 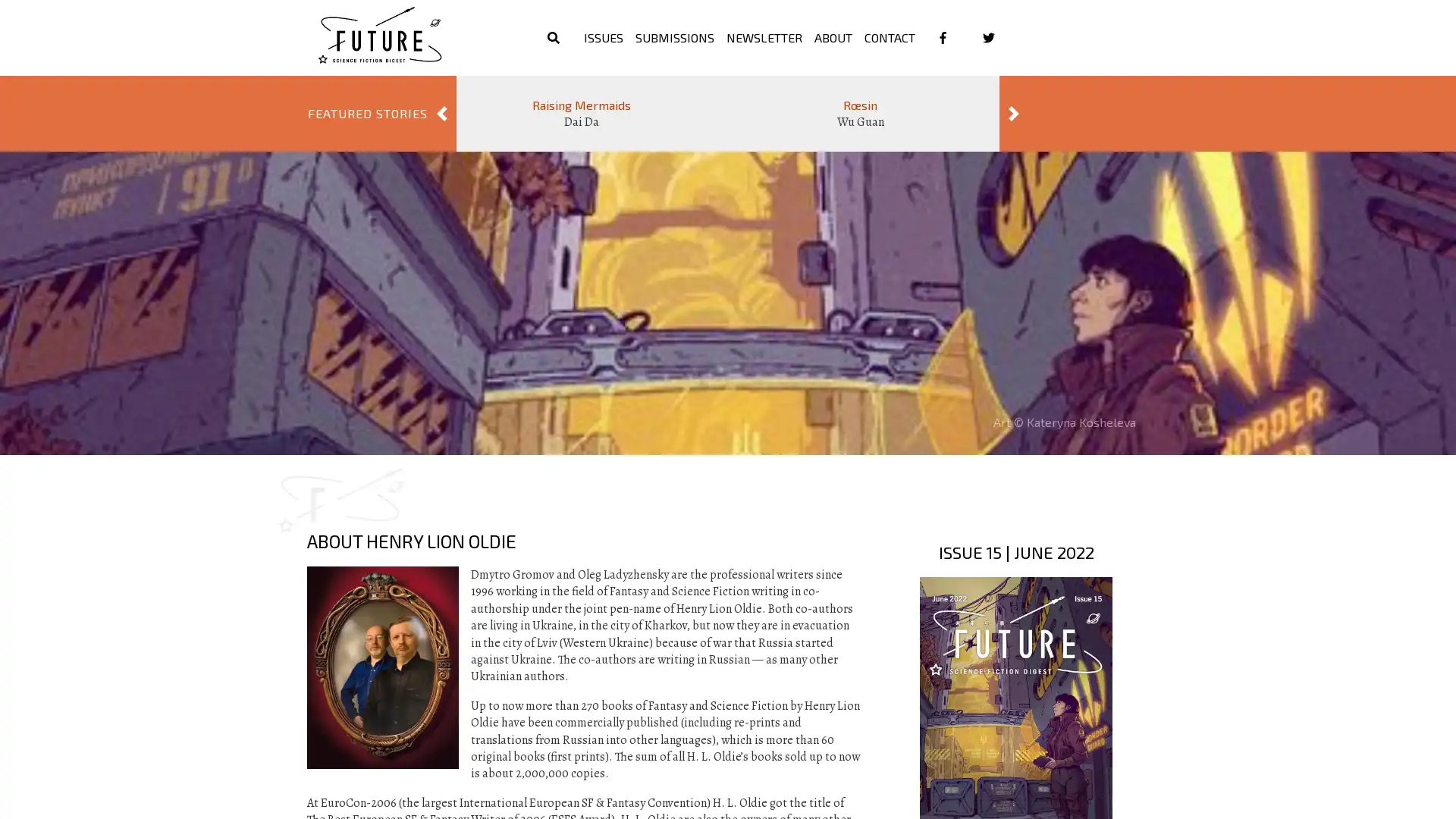 What do you see at coordinates (441, 113) in the screenshot?
I see `Previous` at bounding box center [441, 113].